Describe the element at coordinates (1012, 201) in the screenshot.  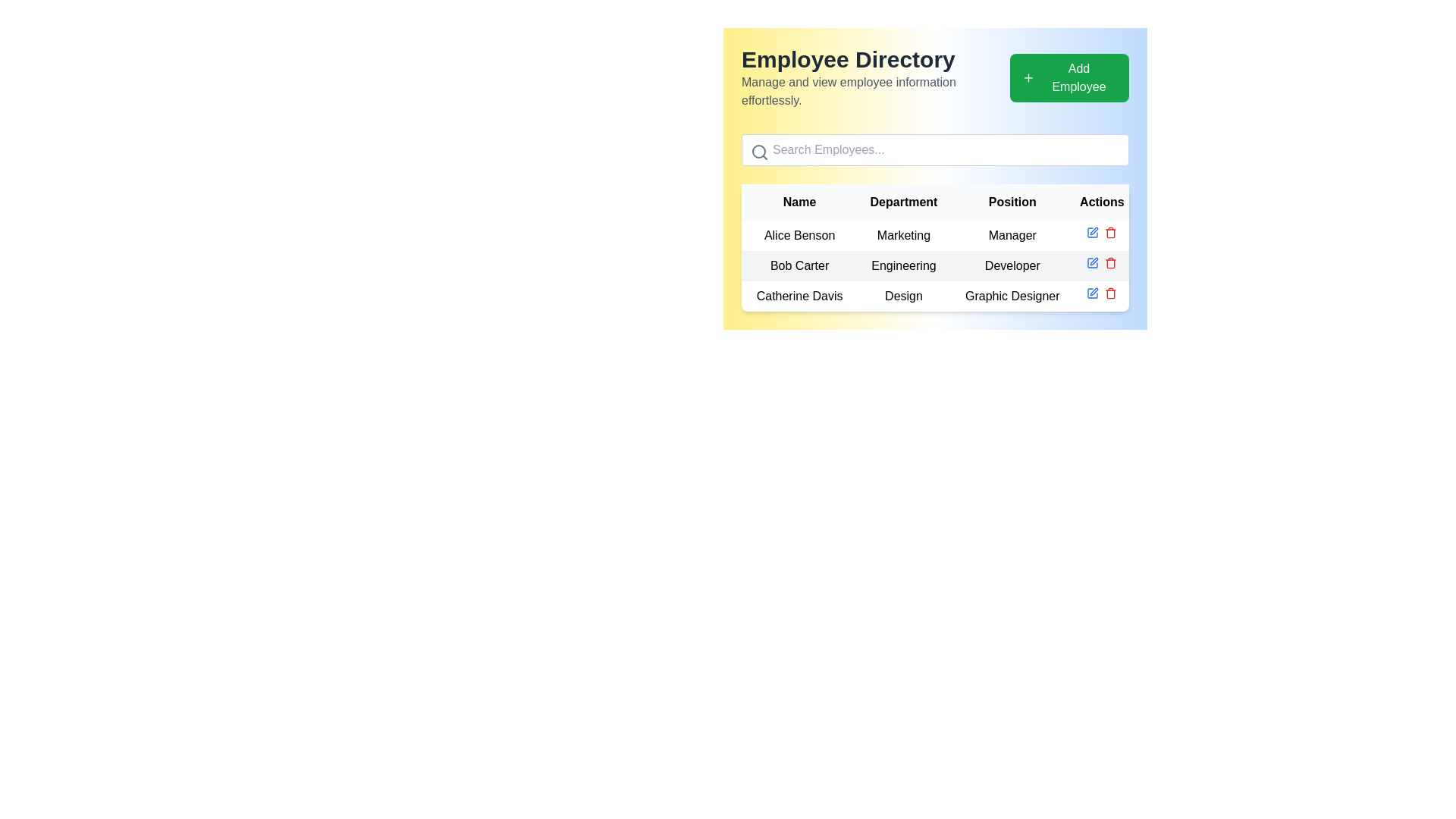
I see `the Text Label that serves as the third column header in the data table, indicating job positions of employees, located between 'Department' and 'Actions'` at that location.